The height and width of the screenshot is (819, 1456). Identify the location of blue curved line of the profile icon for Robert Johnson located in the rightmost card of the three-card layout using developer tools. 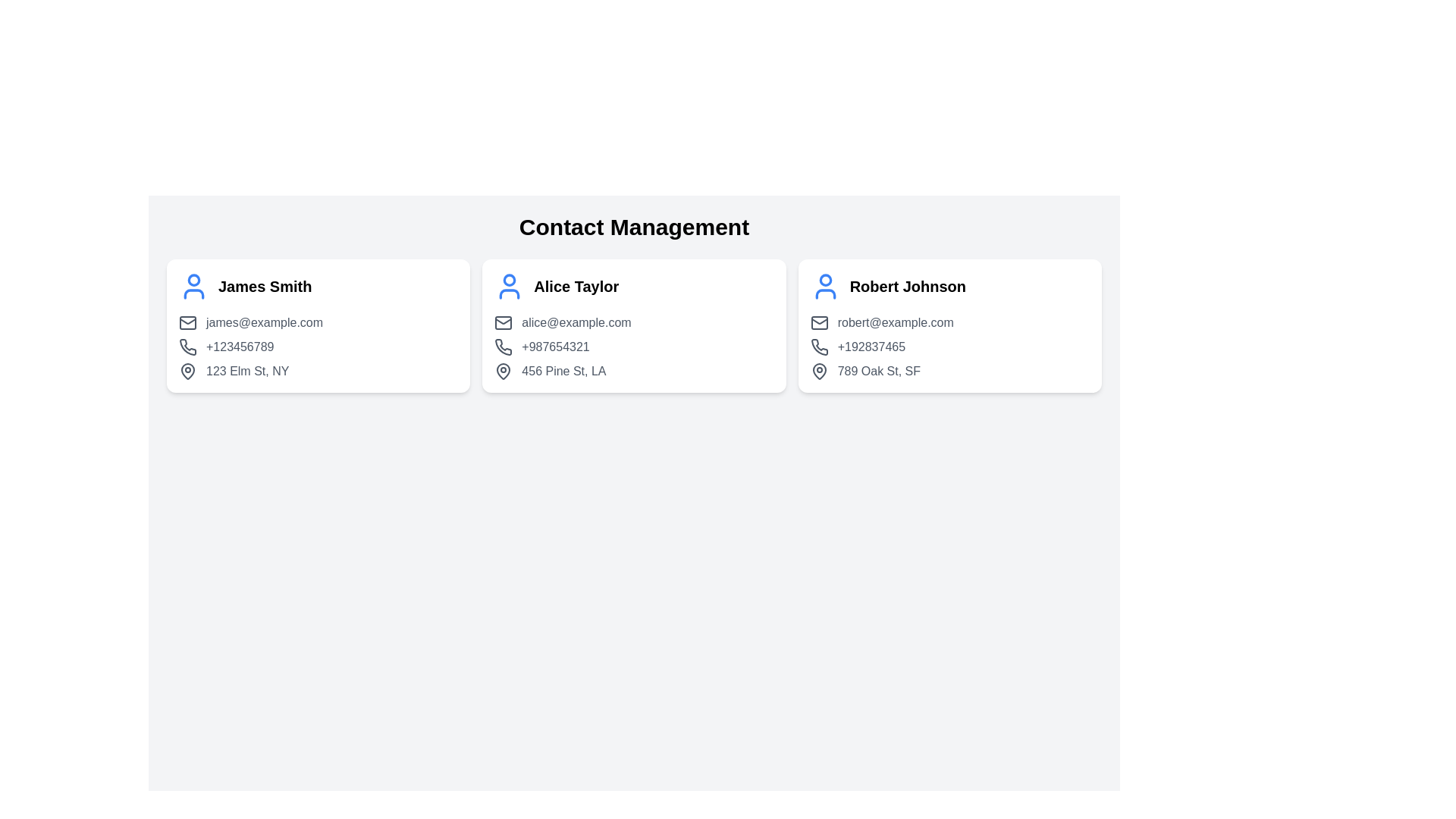
(824, 294).